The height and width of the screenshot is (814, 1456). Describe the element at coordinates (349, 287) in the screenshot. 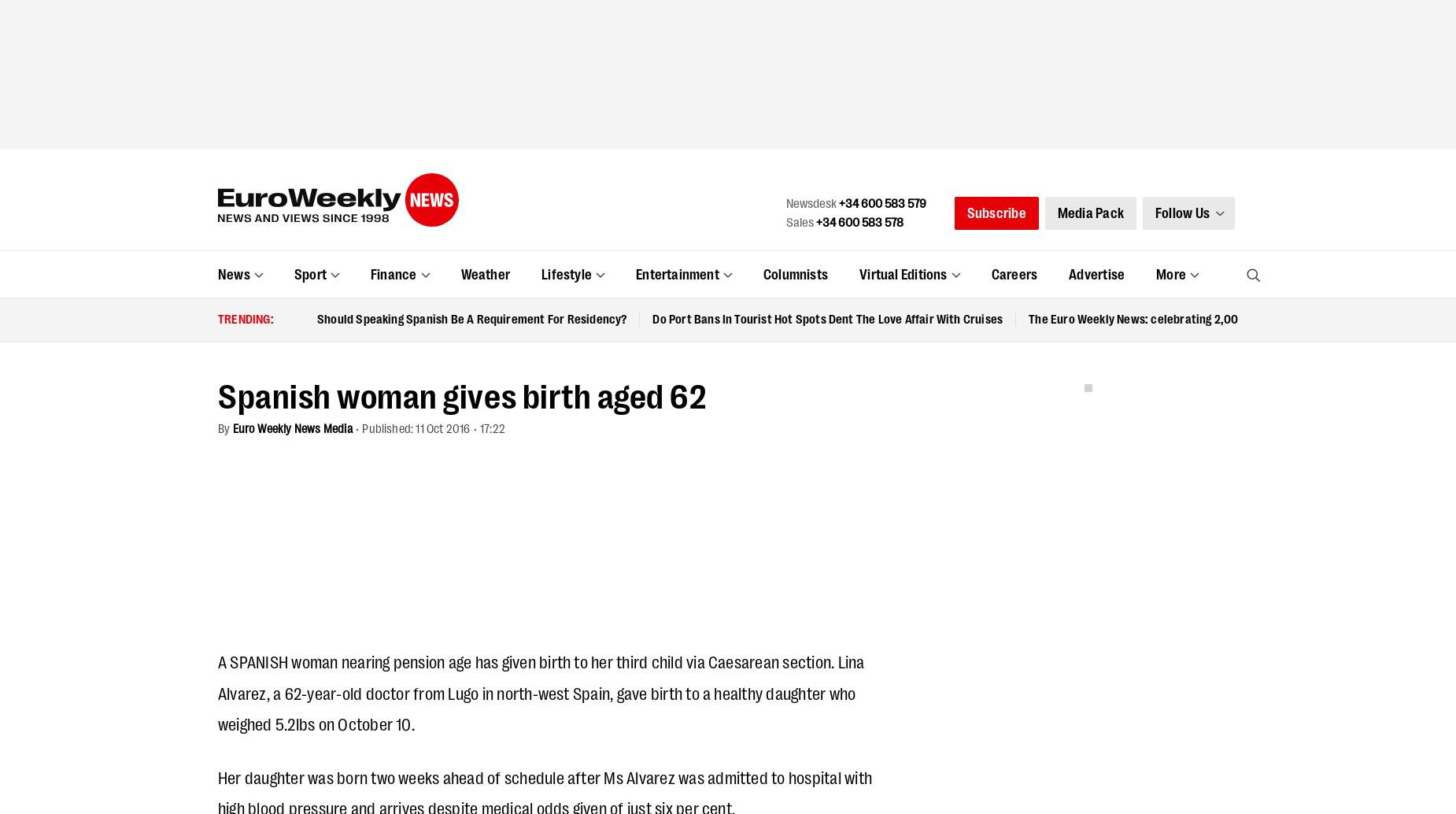

I see `'Written by'` at that location.